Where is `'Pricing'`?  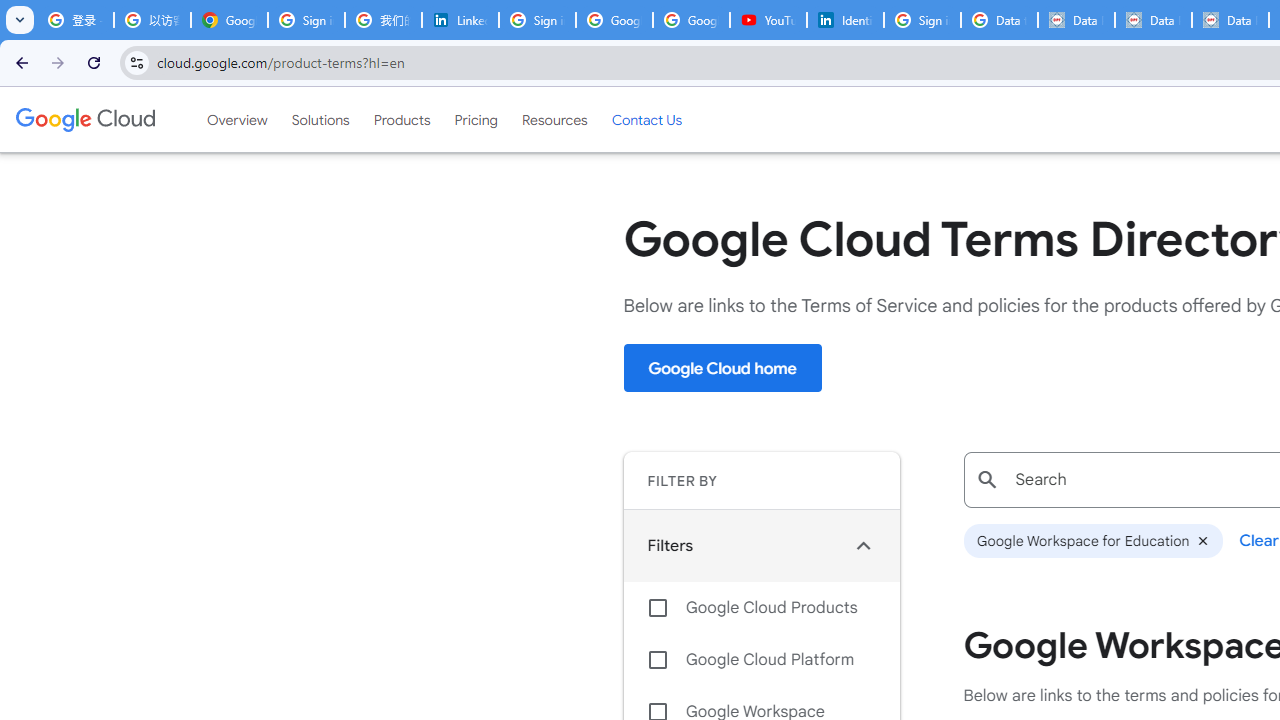 'Pricing' is located at coordinates (475, 119).